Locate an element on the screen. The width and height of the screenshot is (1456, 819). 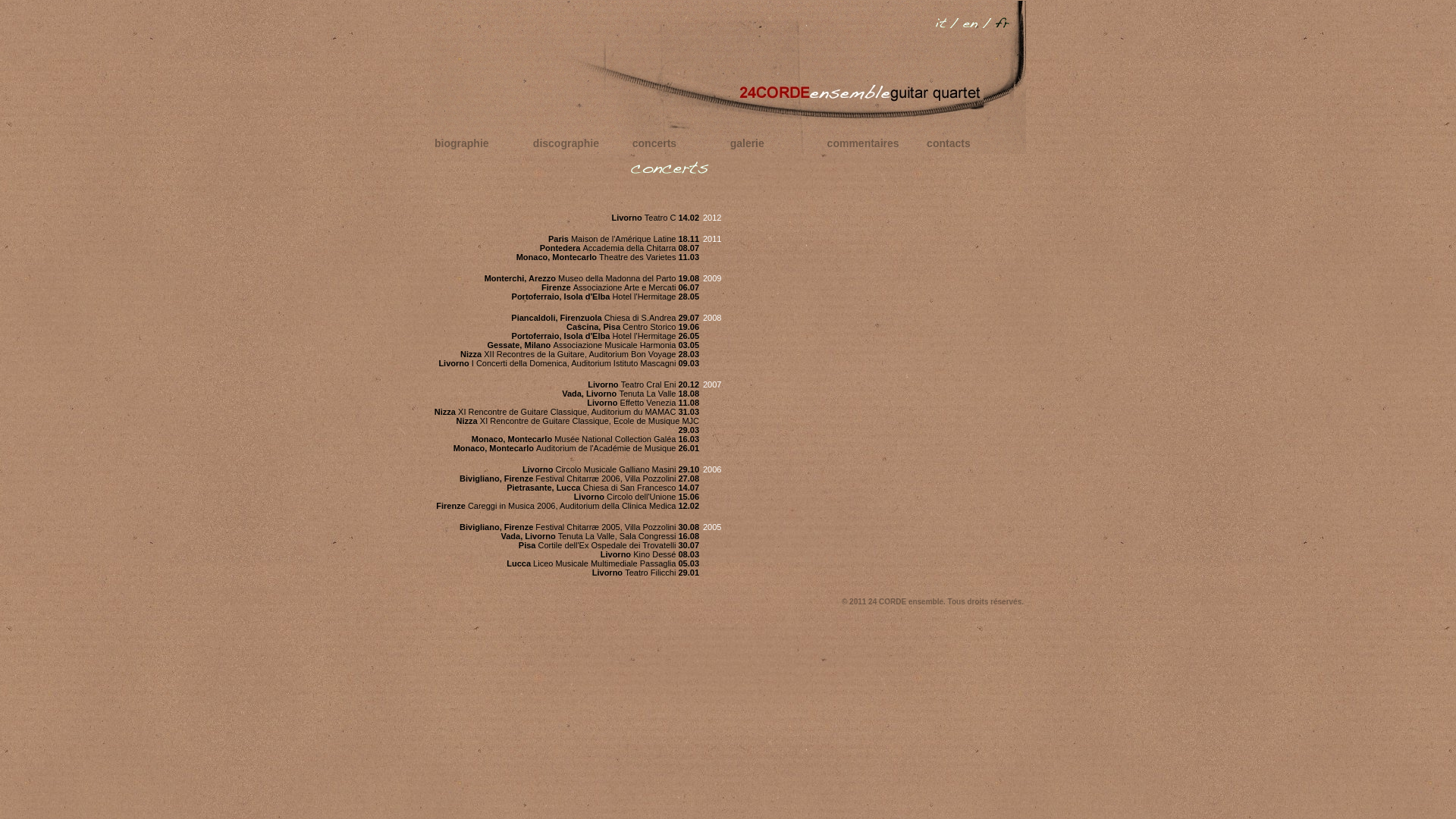
'galerie' is located at coordinates (747, 143).